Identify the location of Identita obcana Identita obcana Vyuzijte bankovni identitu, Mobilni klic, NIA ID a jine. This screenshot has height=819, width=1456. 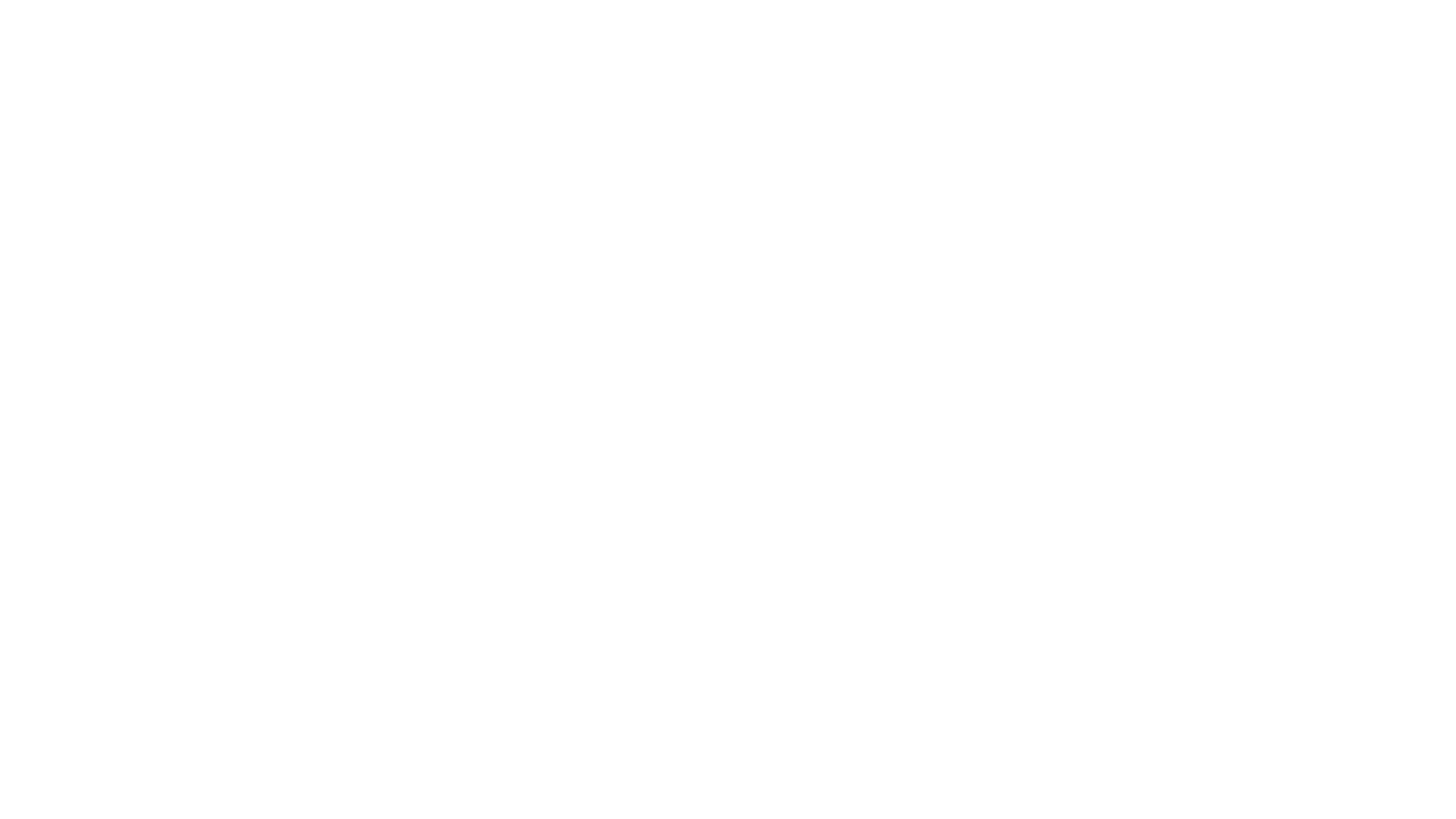
(519, 353).